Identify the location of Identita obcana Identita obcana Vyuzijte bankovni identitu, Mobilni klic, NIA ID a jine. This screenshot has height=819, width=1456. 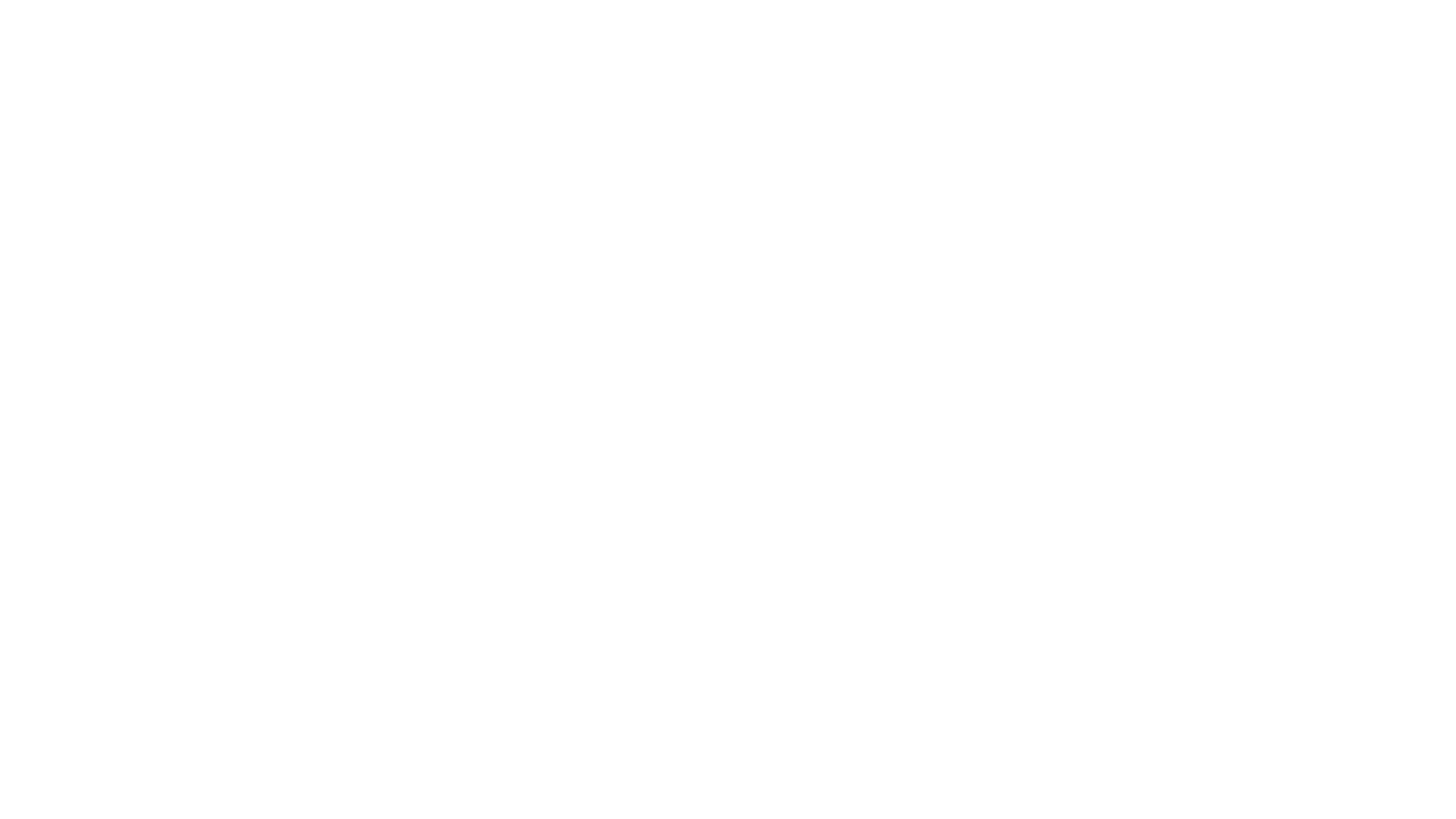
(519, 353).